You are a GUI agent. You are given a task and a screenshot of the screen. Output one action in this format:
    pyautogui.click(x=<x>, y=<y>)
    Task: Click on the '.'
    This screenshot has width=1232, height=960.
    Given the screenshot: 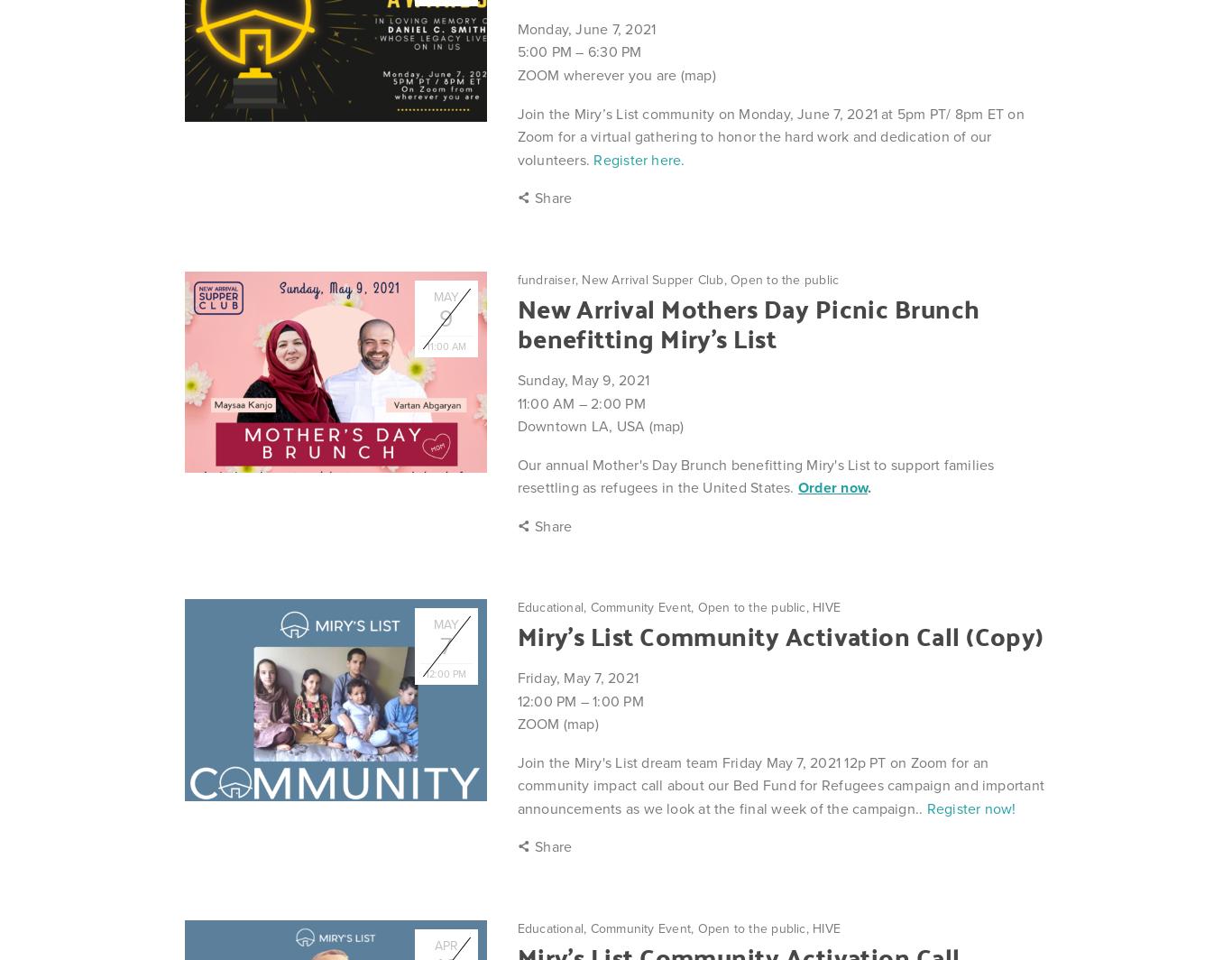 What is the action you would take?
    pyautogui.click(x=867, y=487)
    